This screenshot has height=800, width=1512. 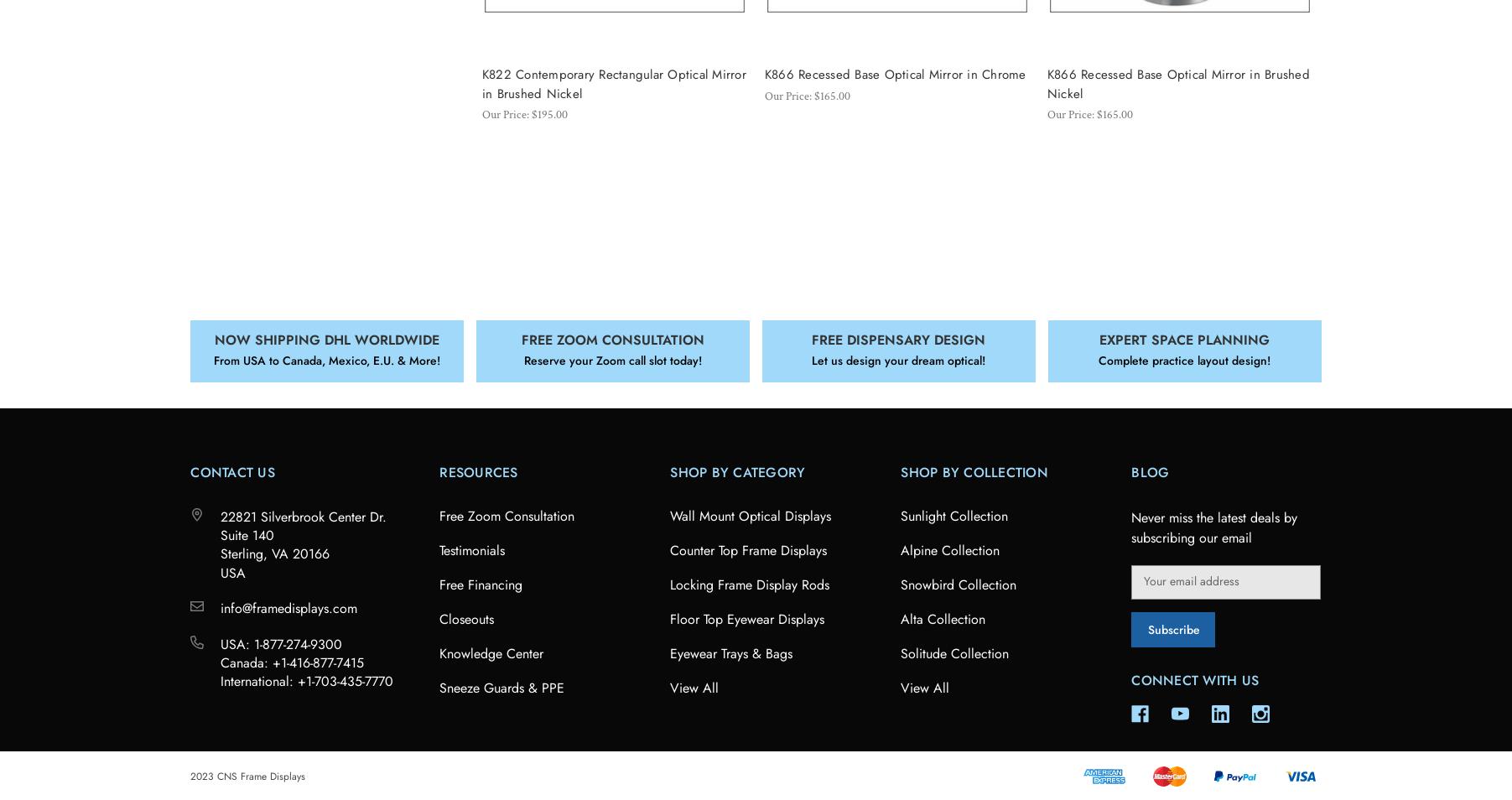 What do you see at coordinates (274, 553) in the screenshot?
I see `'Sterling, VA 20166'` at bounding box center [274, 553].